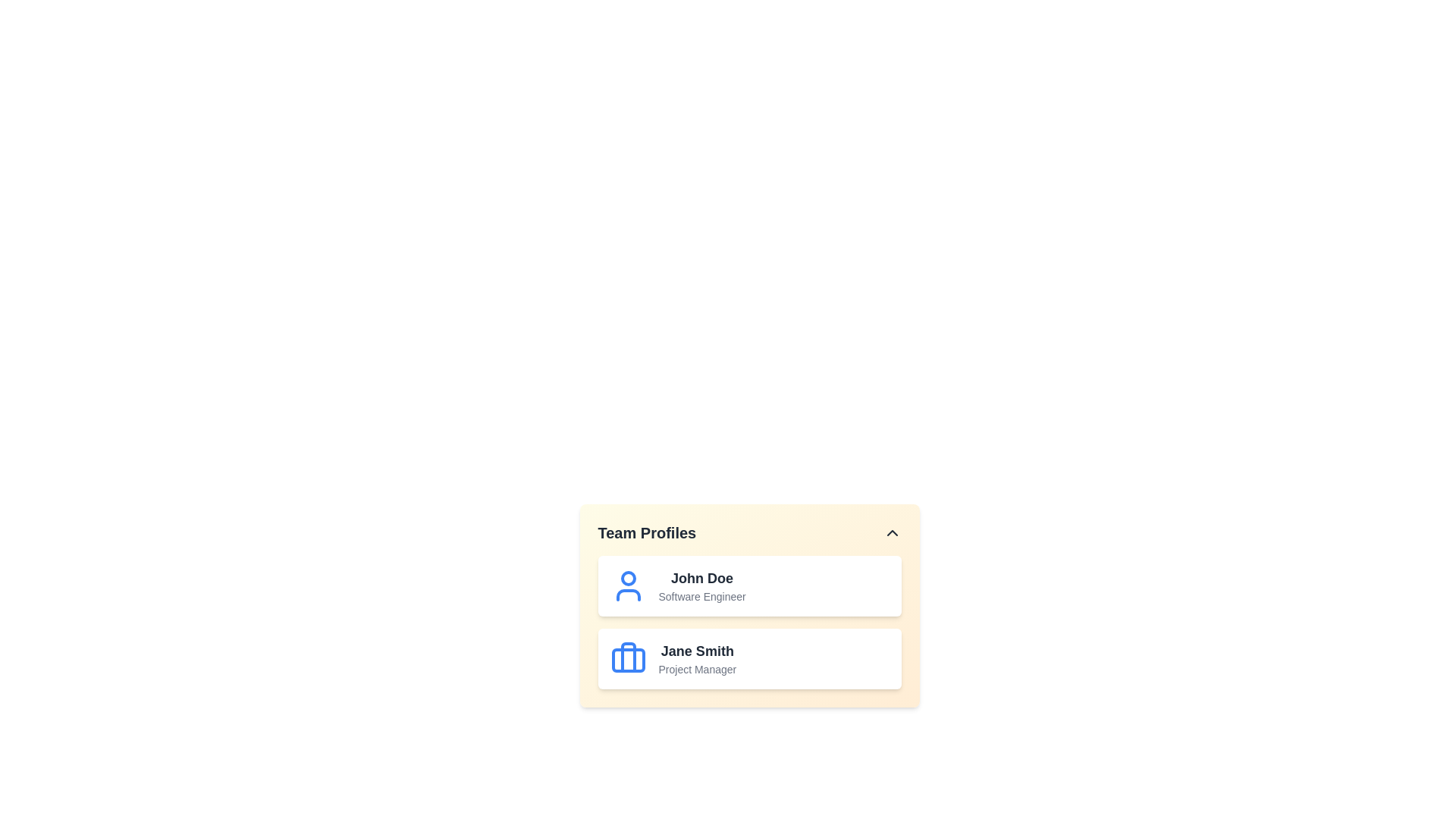 This screenshot has height=819, width=1456. What do you see at coordinates (628, 579) in the screenshot?
I see `the blue circular shape within the SVG graphic of a person's icon, located at the top part of the icon for accessibility settings` at bounding box center [628, 579].